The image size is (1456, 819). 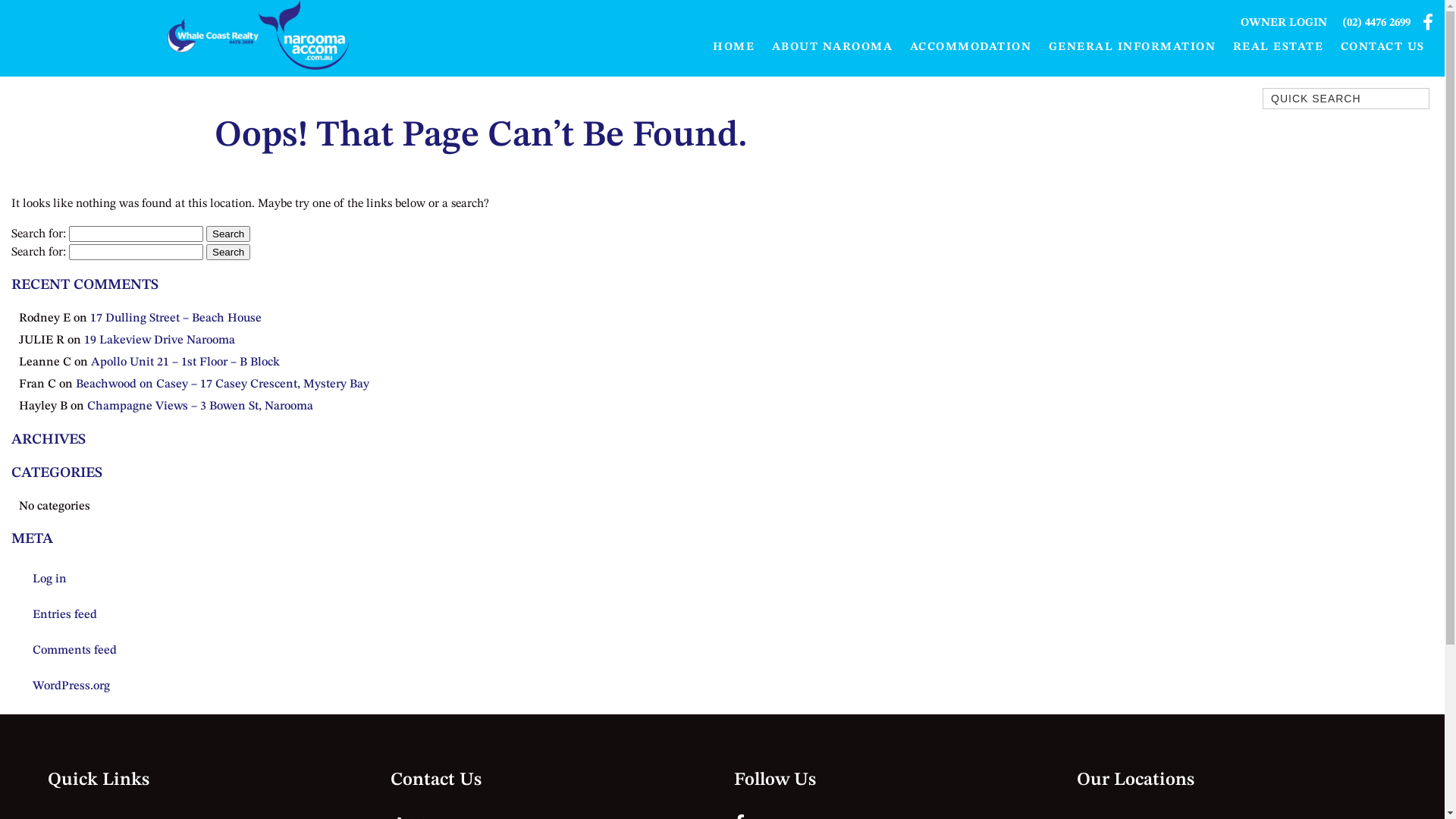 I want to click on '19 Lakeview Drive Narooma', so click(x=159, y=339).